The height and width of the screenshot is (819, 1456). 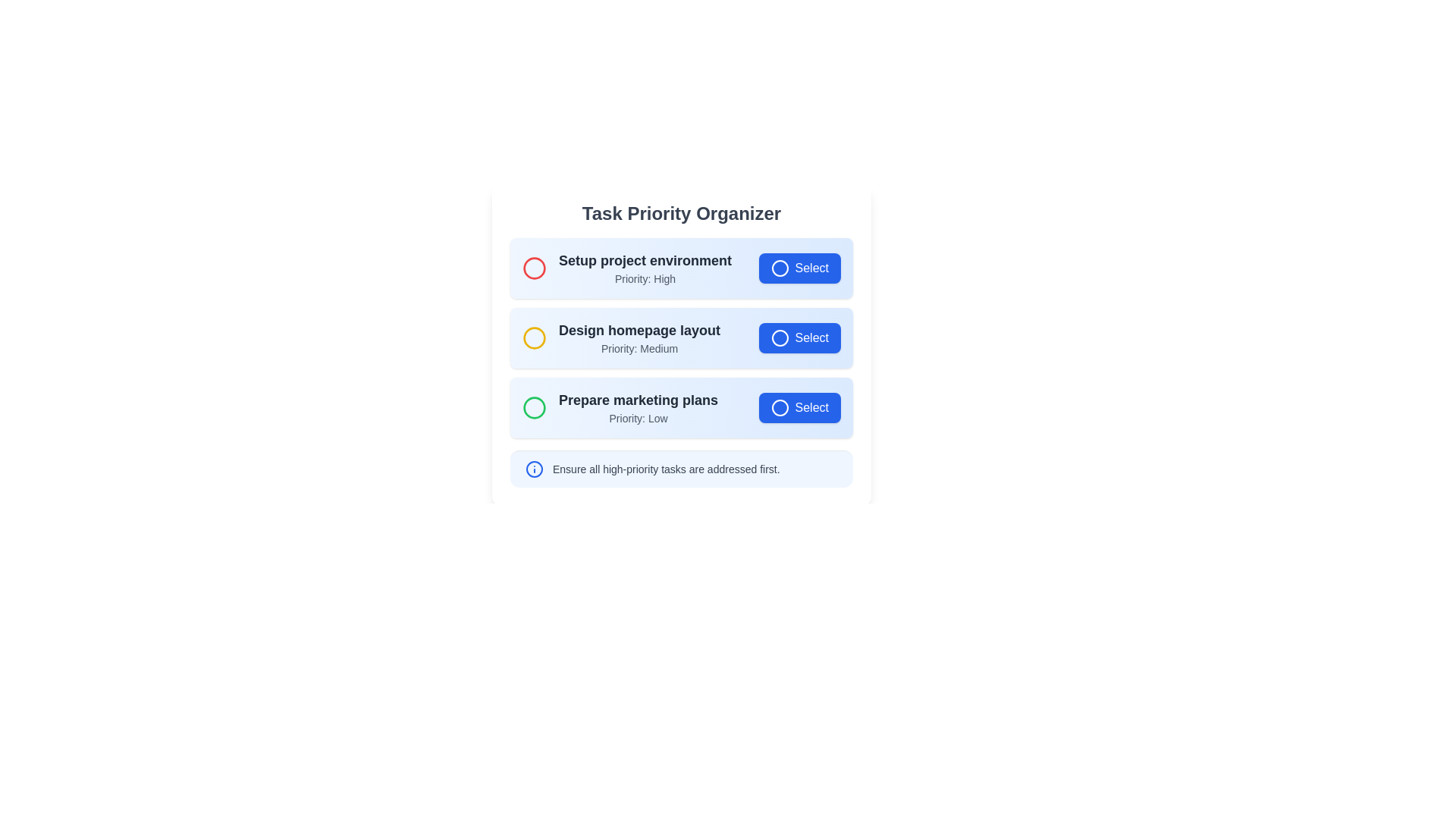 What do you see at coordinates (680, 467) in the screenshot?
I see `information provided in the Information box with a blue information icon stating 'Ensure all high-priority tasks are addressed first.'` at bounding box center [680, 467].